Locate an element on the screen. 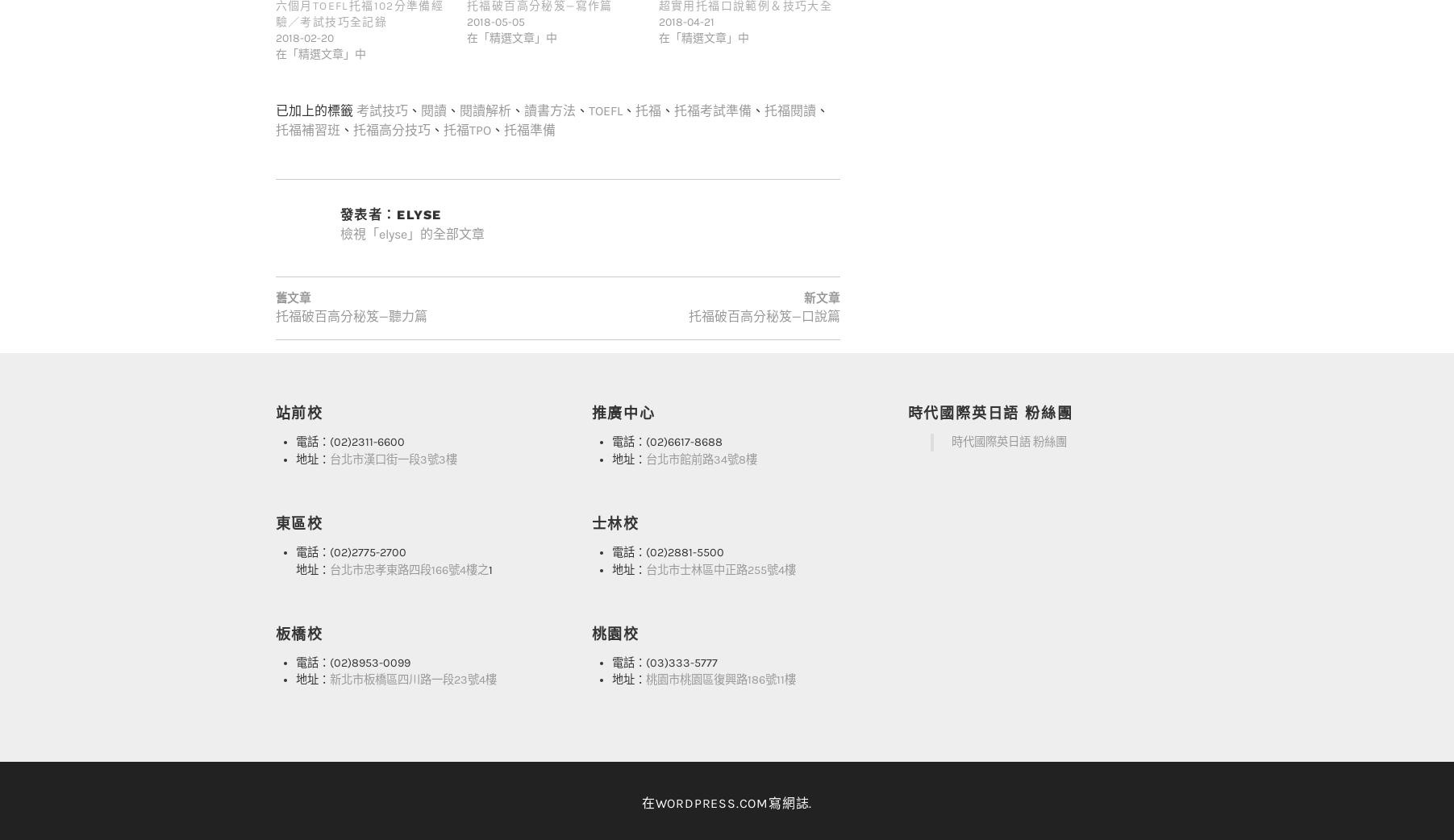 This screenshot has height=840, width=1454. '新北市板橋區四川路一段23號4樓' is located at coordinates (411, 647).